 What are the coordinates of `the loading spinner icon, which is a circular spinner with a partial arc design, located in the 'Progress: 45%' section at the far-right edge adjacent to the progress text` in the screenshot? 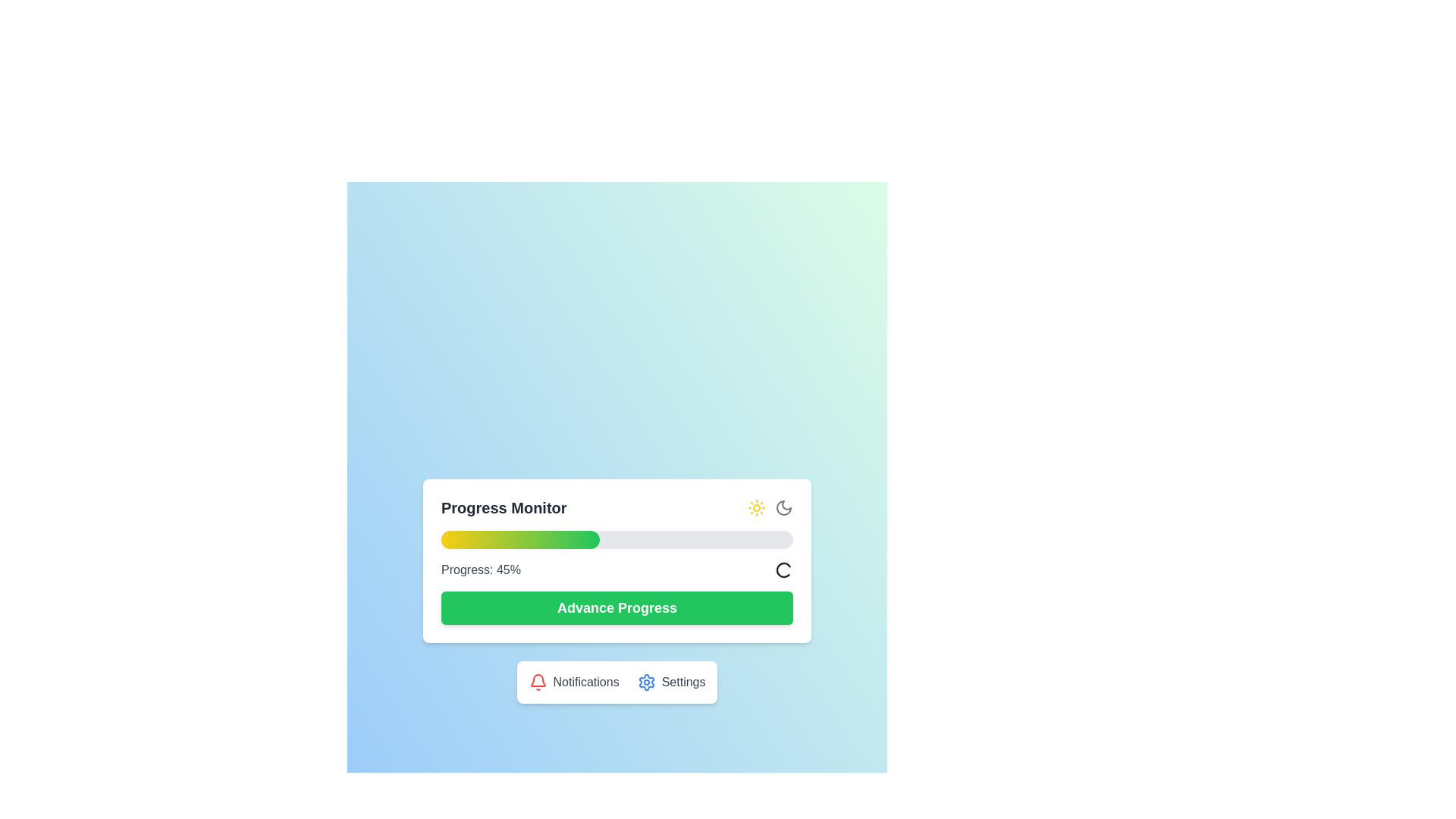 It's located at (783, 570).